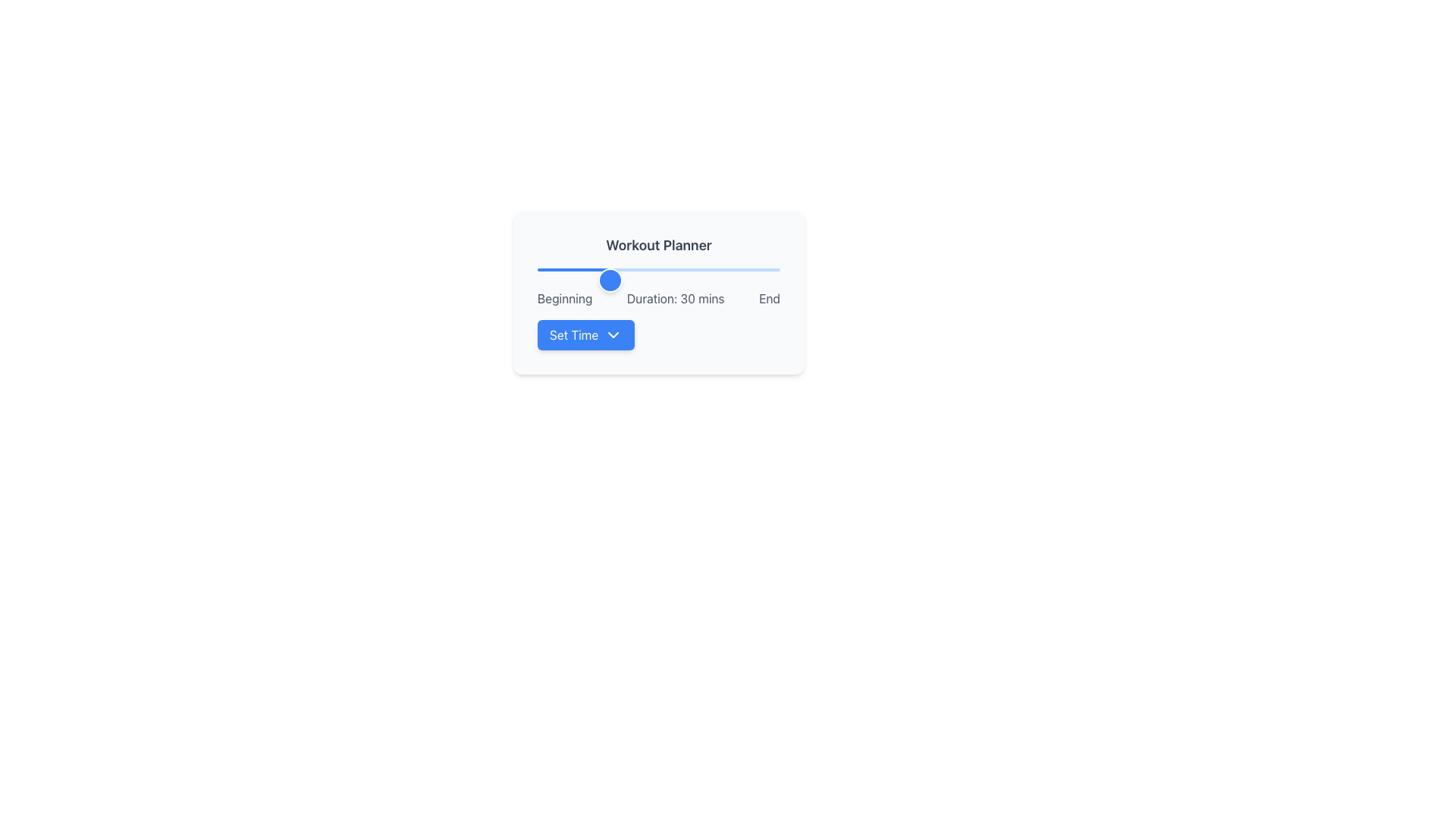  I want to click on the button with an integrated dropdown trigger located in the lower section of the 'Workout Planner' card layout, so click(585, 334).